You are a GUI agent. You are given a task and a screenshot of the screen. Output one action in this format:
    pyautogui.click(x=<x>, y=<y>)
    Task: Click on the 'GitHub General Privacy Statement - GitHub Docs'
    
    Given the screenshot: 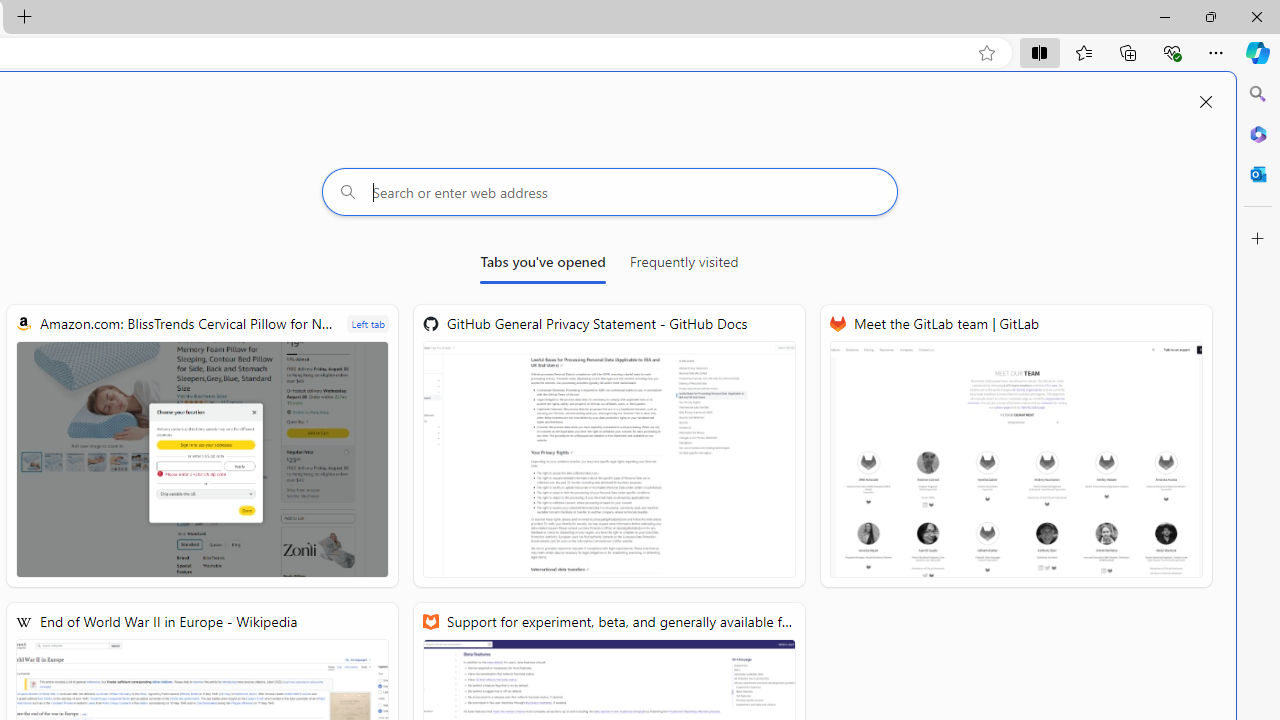 What is the action you would take?
    pyautogui.click(x=608, y=445)
    